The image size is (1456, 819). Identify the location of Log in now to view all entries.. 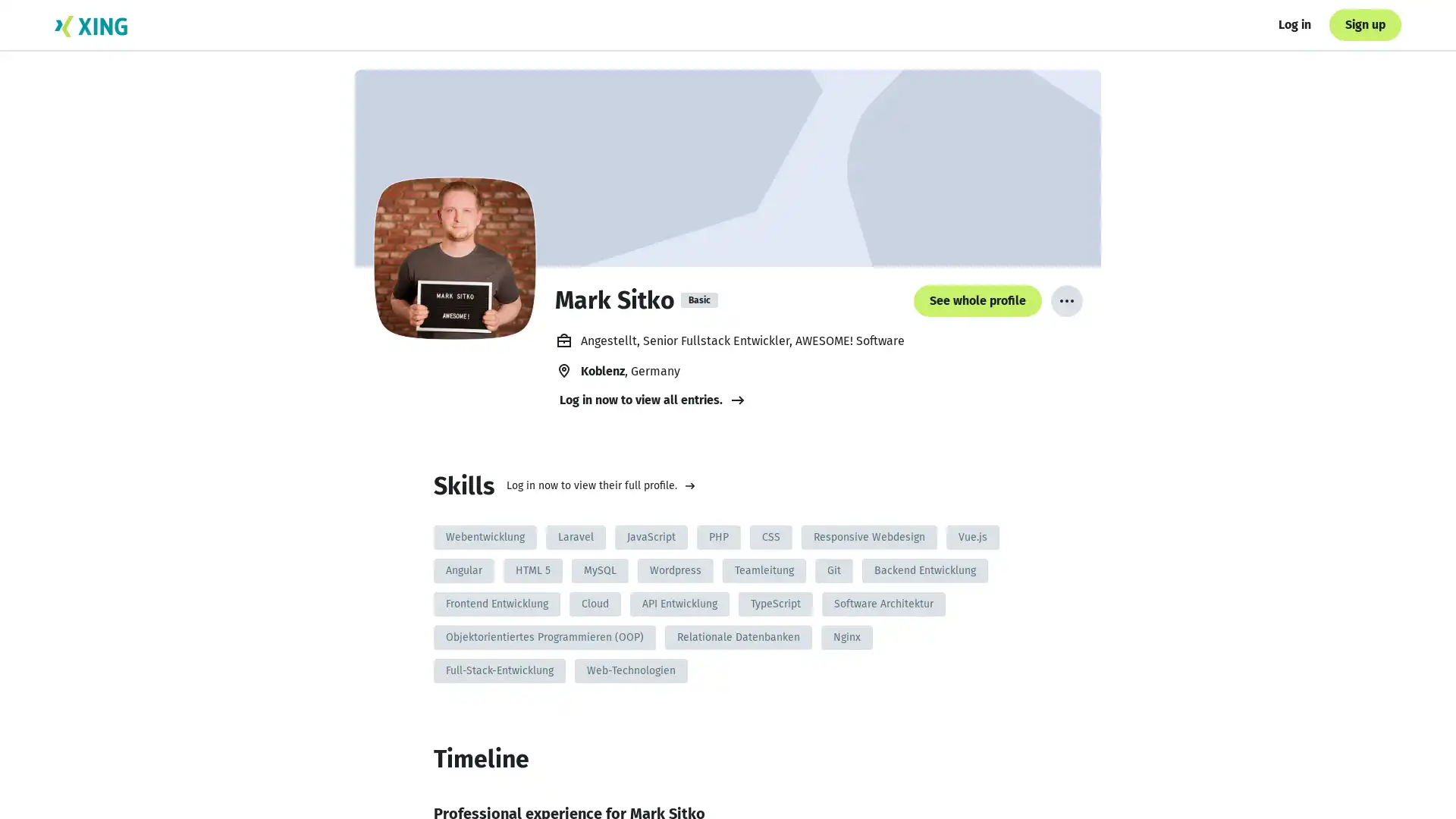
(653, 400).